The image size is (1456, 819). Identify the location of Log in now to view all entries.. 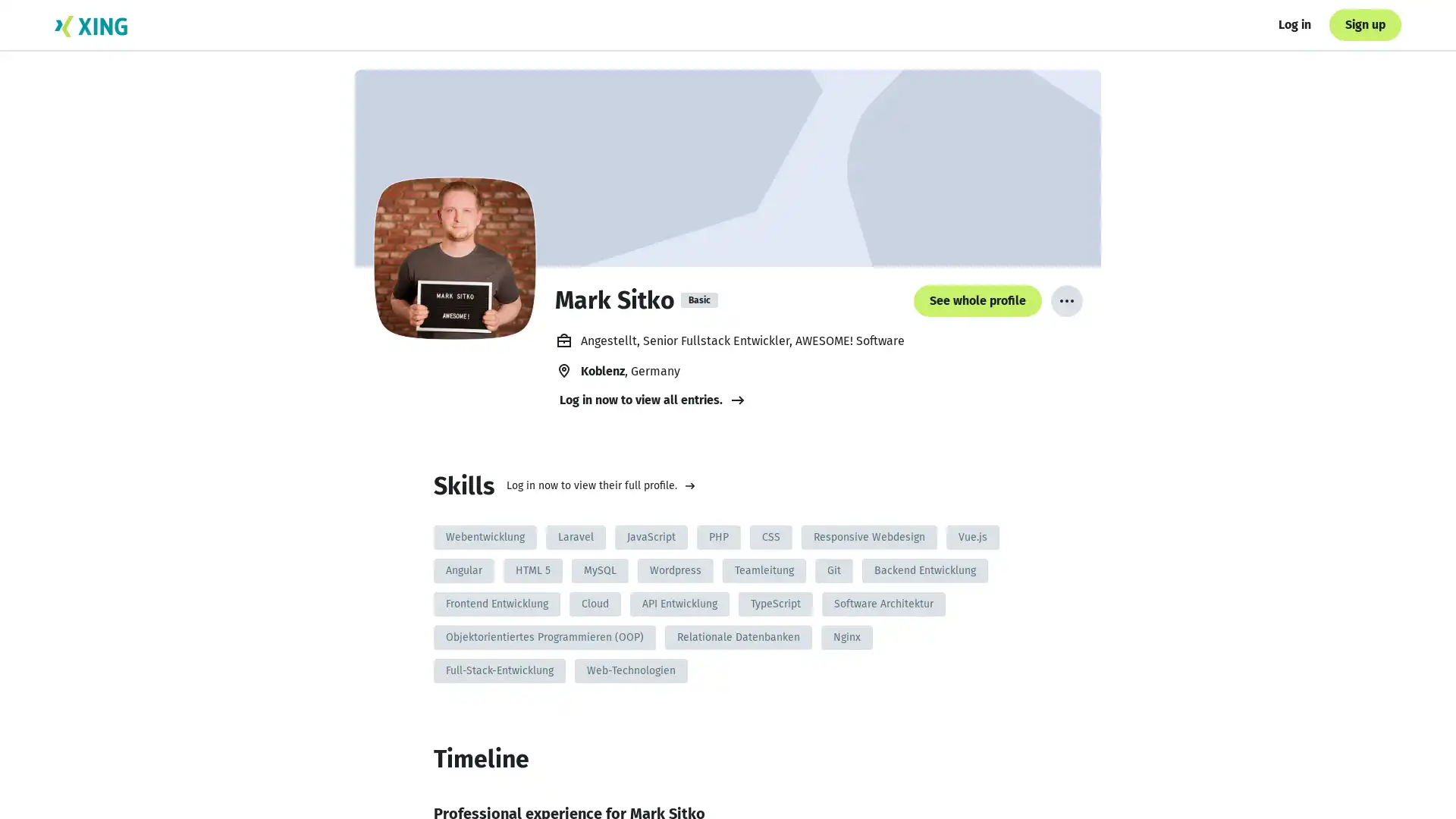
(653, 400).